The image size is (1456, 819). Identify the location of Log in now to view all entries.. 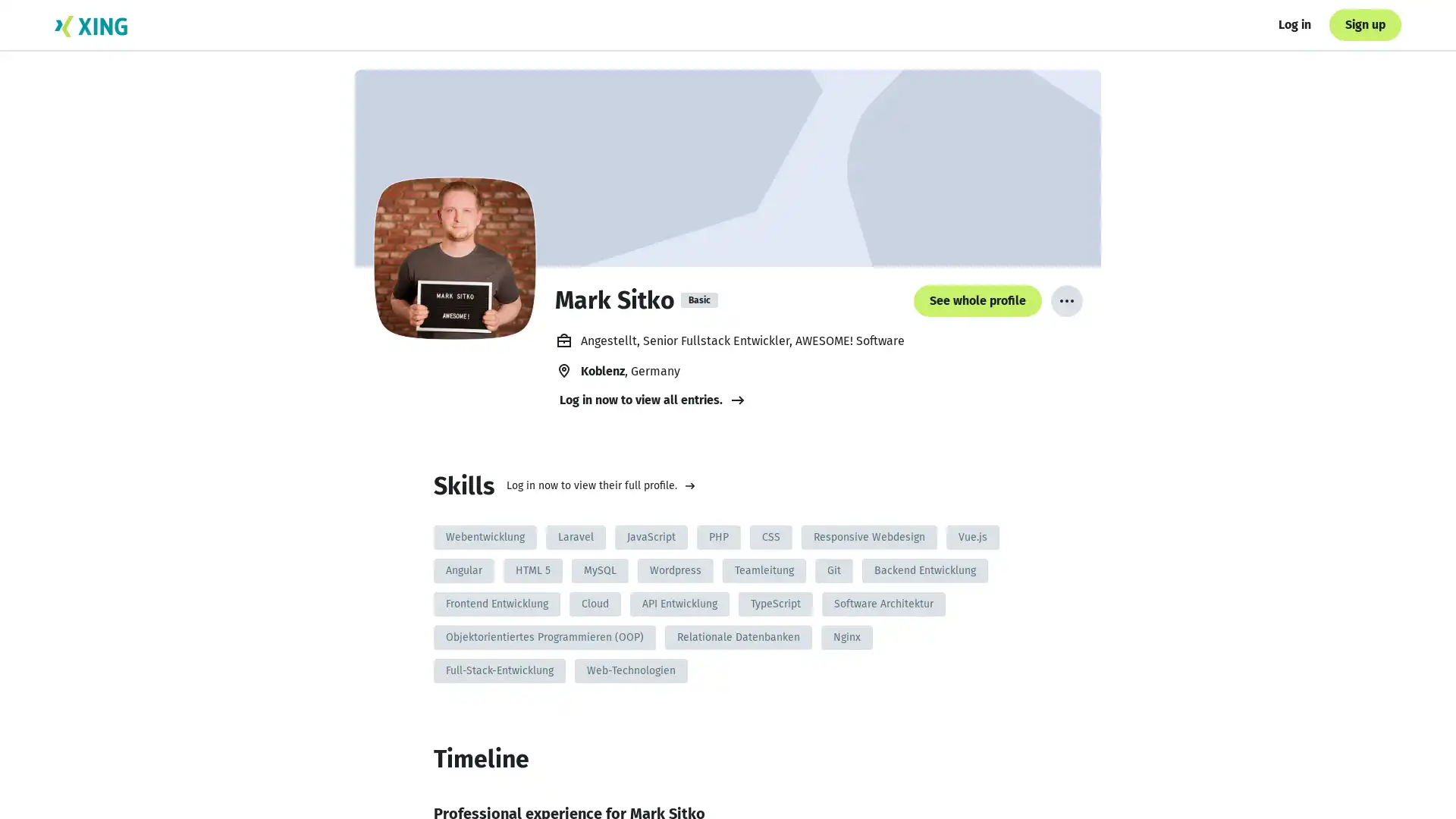
(653, 400).